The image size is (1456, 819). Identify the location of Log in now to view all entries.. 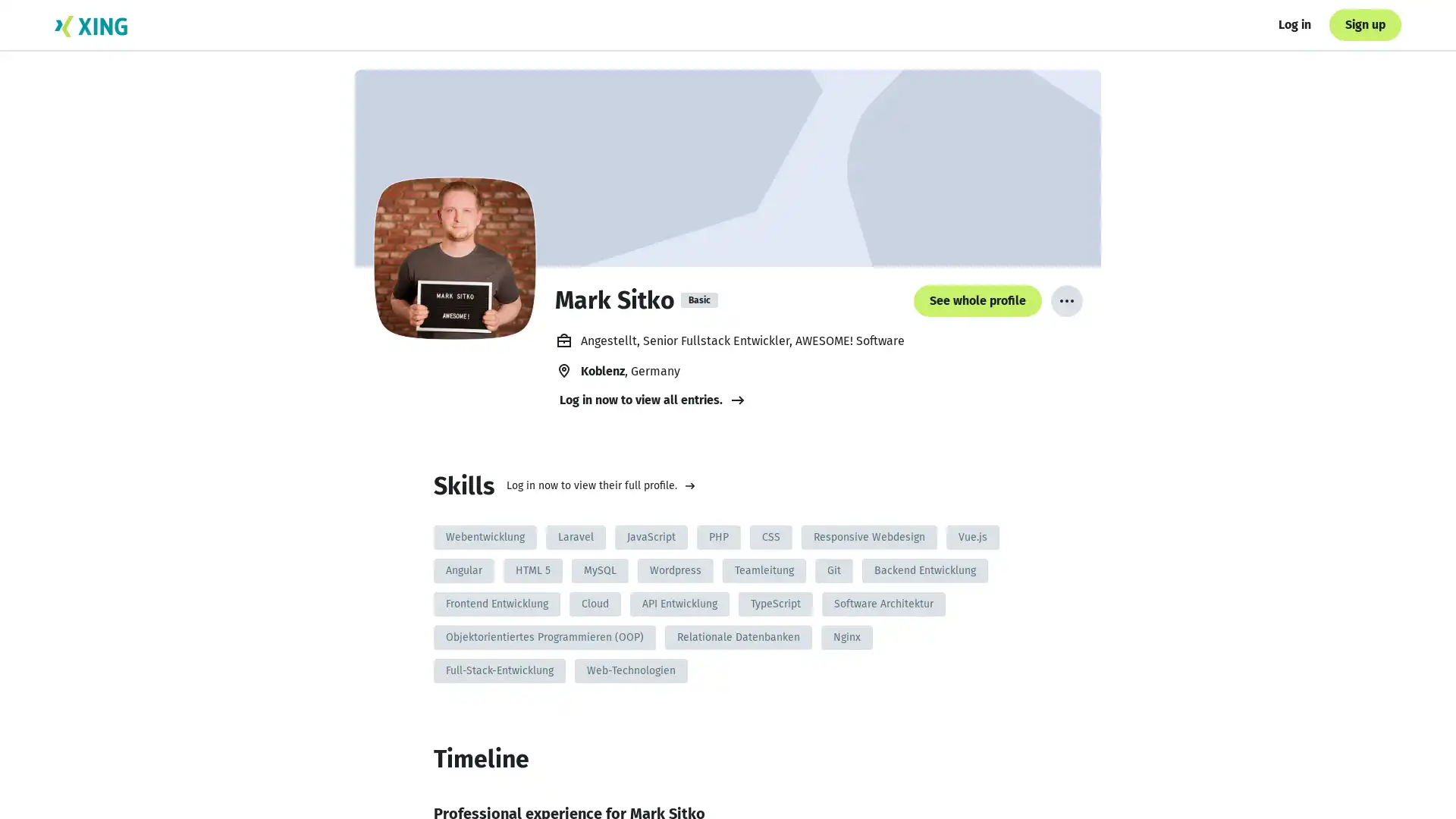
(653, 400).